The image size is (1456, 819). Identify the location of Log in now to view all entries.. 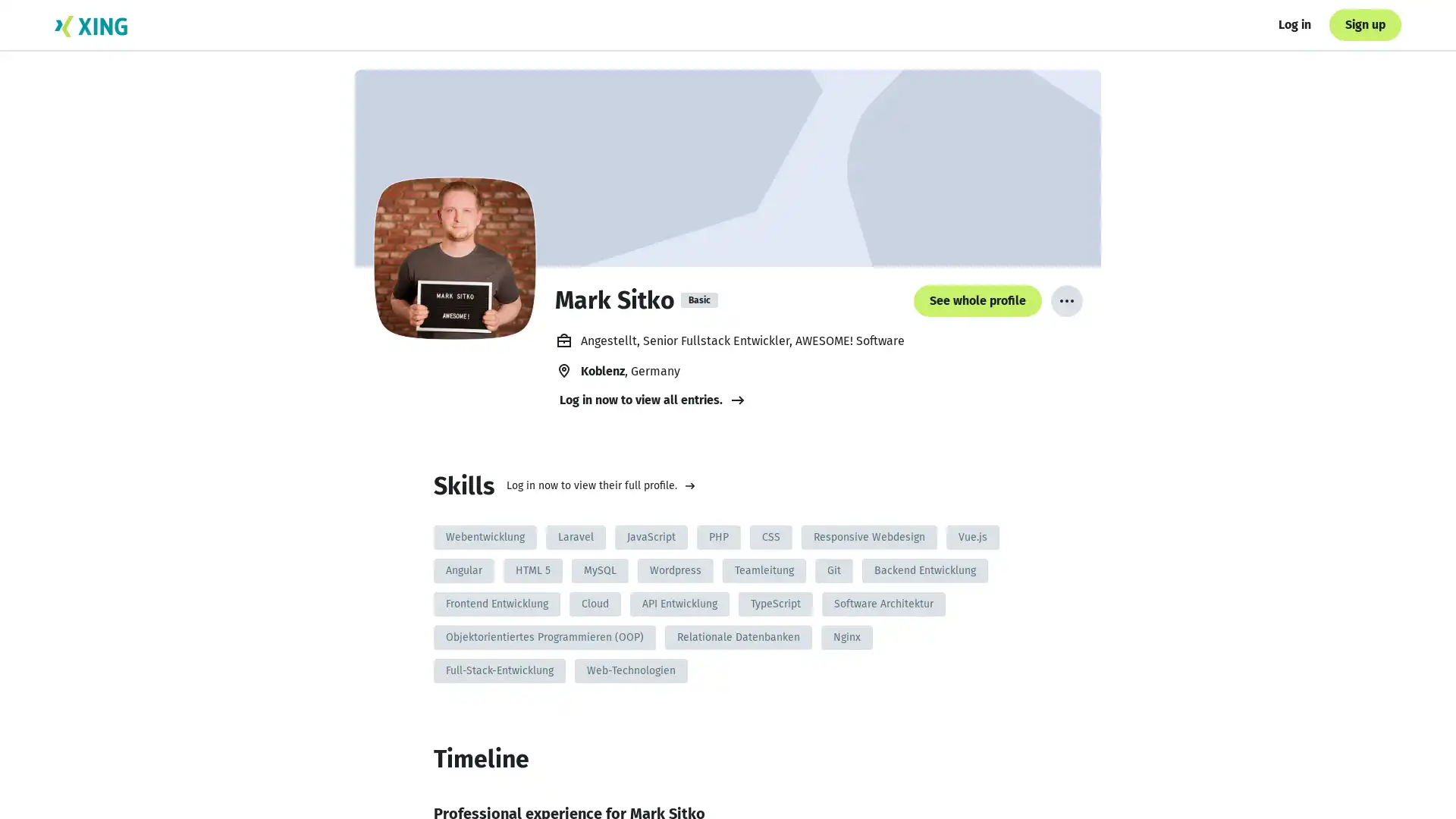
(653, 400).